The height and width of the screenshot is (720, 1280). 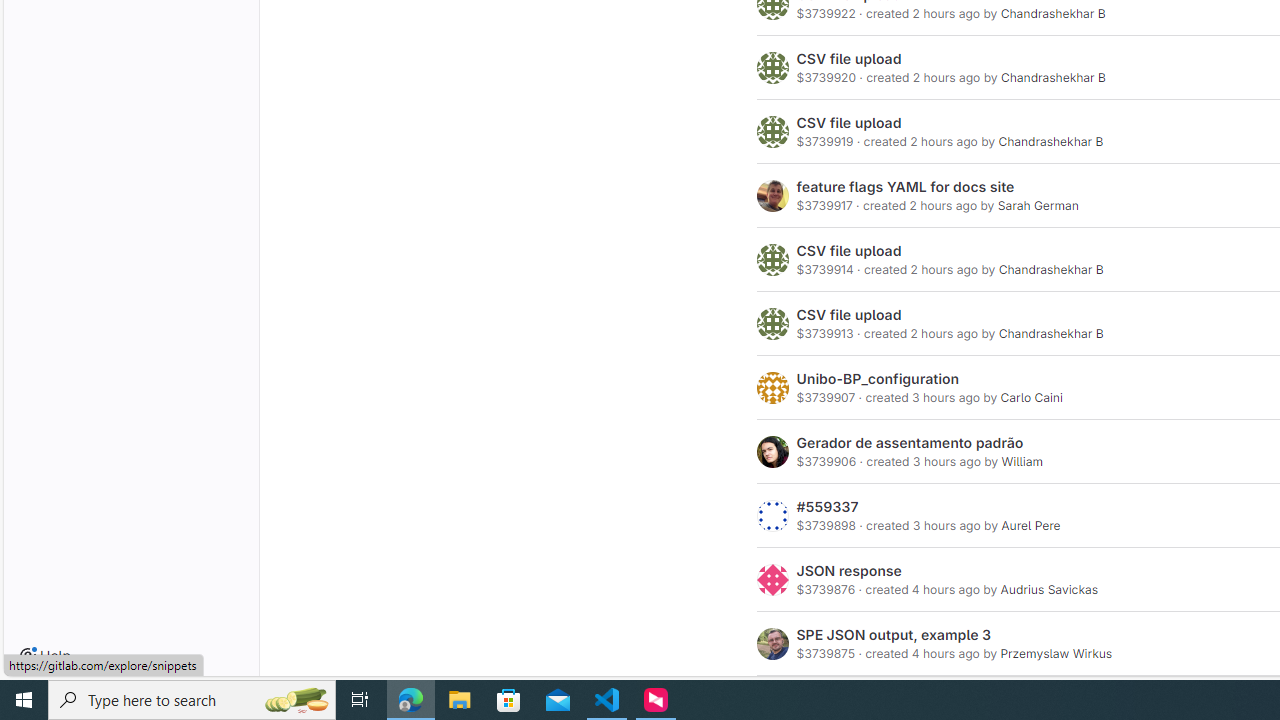 What do you see at coordinates (849, 571) in the screenshot?
I see `'JSON response'` at bounding box center [849, 571].